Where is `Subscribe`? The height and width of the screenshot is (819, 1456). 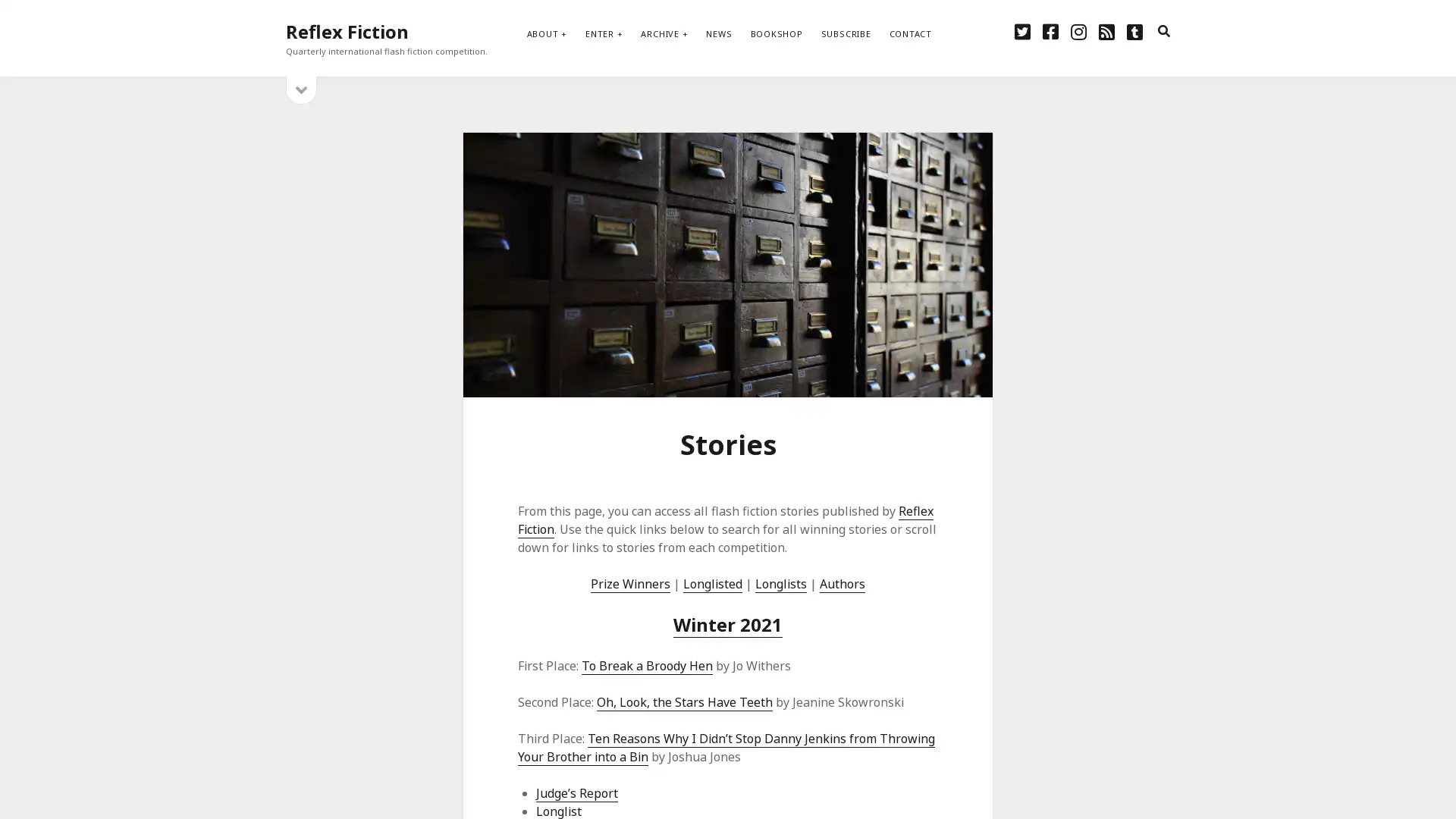 Subscribe is located at coordinates (915, 175).